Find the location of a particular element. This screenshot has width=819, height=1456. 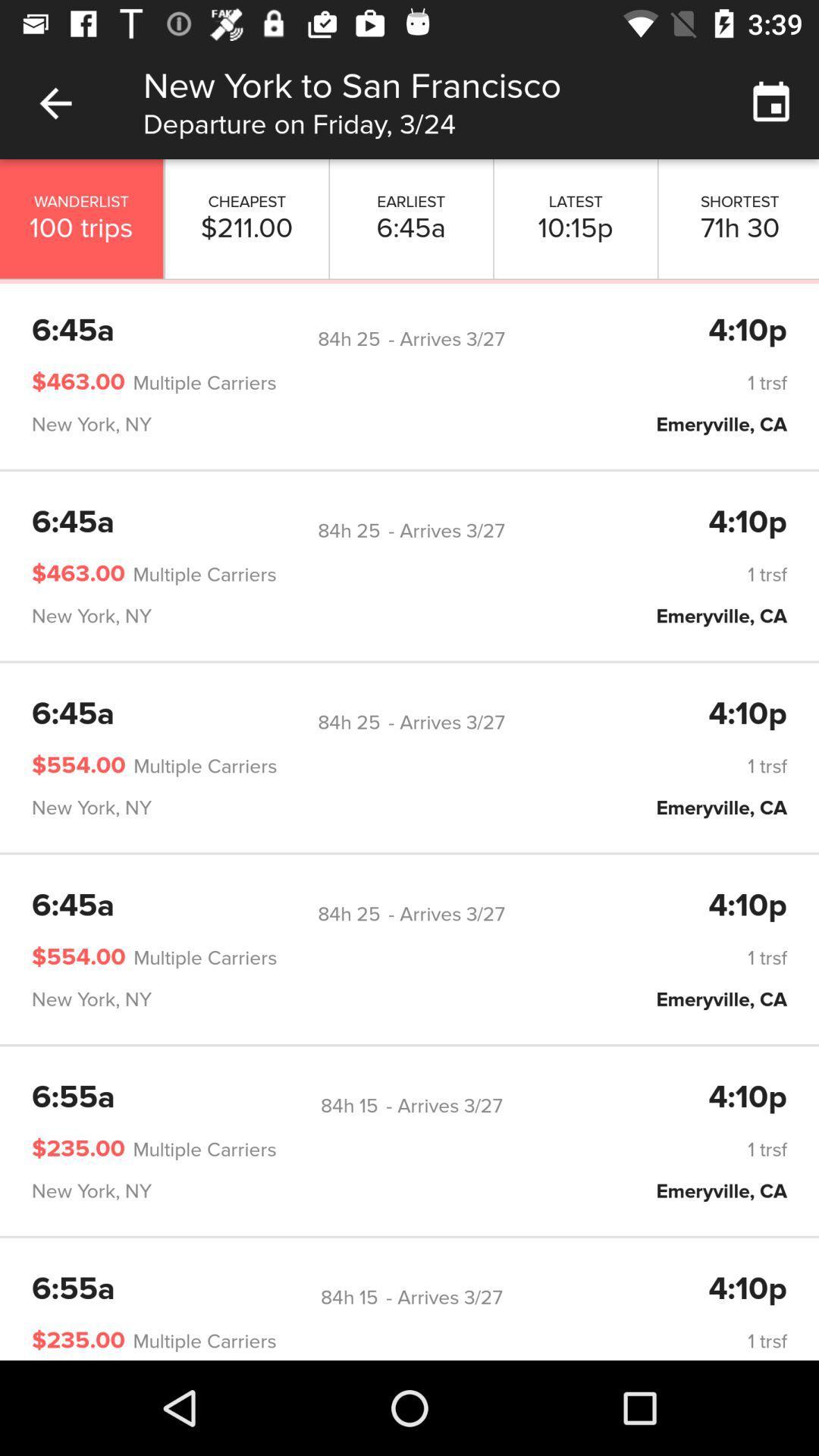

the icon next to the new york to is located at coordinates (55, 102).